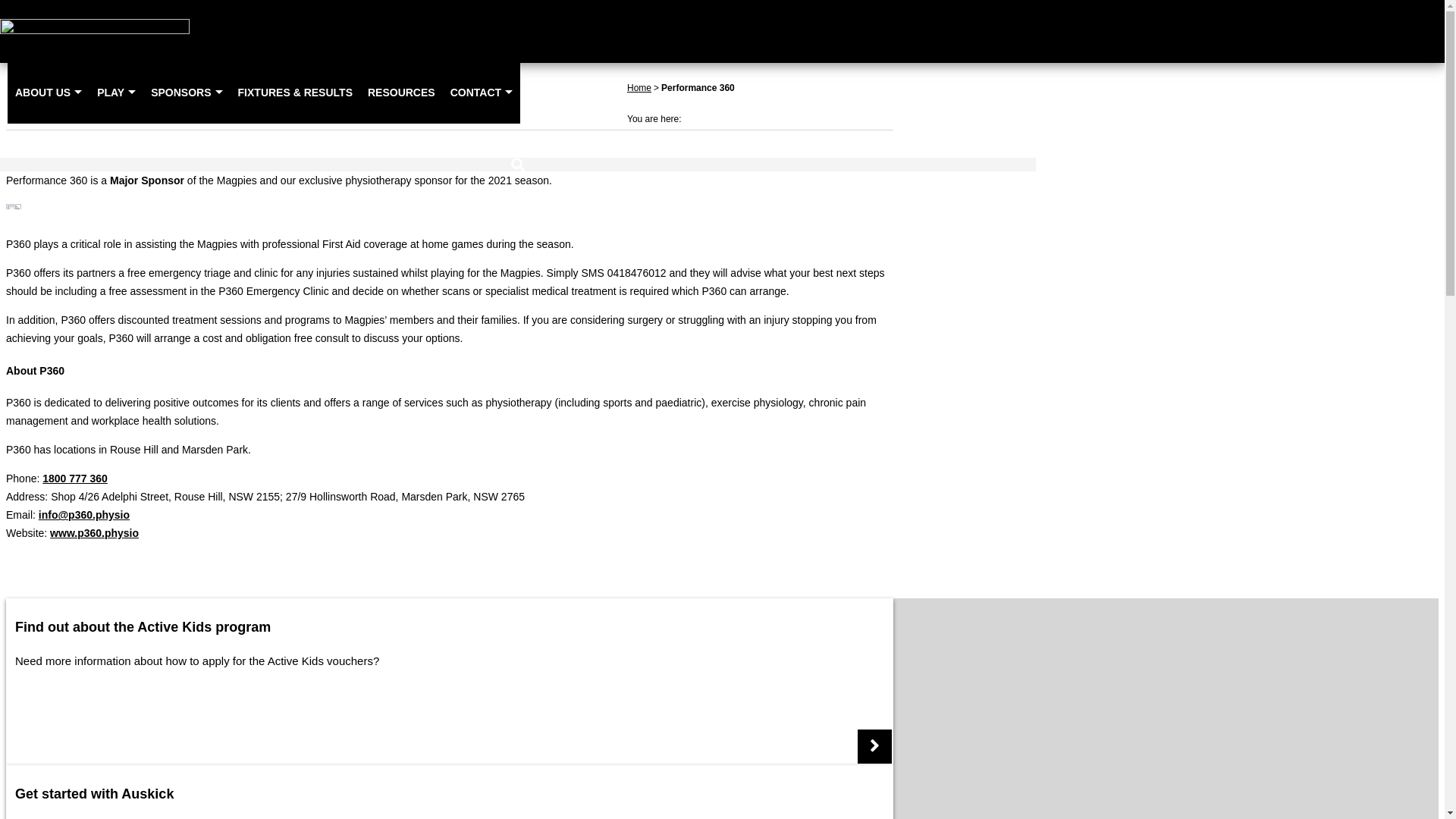  Describe the element at coordinates (229, 92) in the screenshot. I see `'FIXTURES & RESULTS'` at that location.